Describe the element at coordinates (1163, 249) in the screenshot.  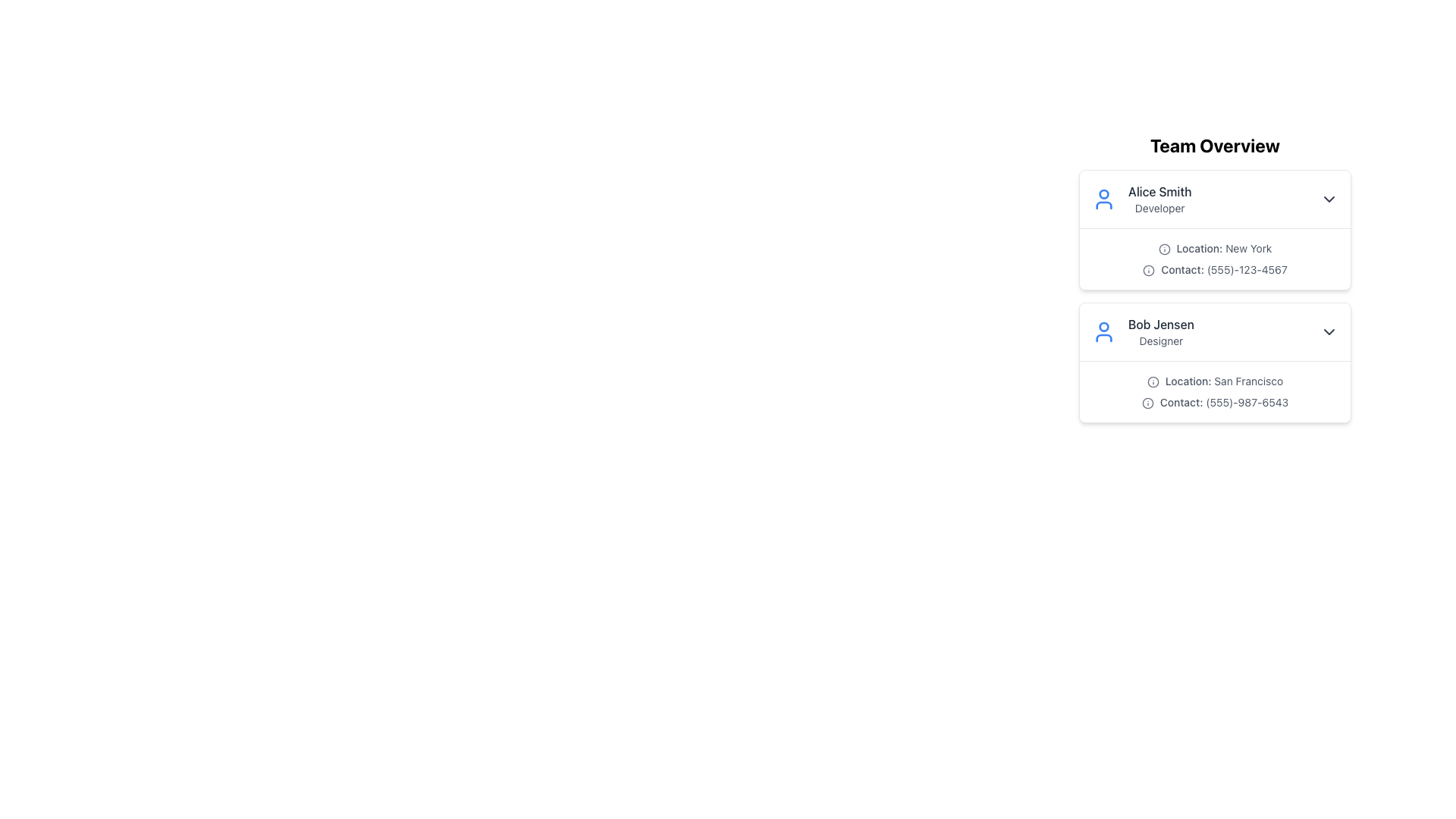
I see `the circular vector element (SVG graphical representation) located next to the text label 'Location: New York' in the user card under 'Alice Smith' in the 'Team Overview' section` at that location.